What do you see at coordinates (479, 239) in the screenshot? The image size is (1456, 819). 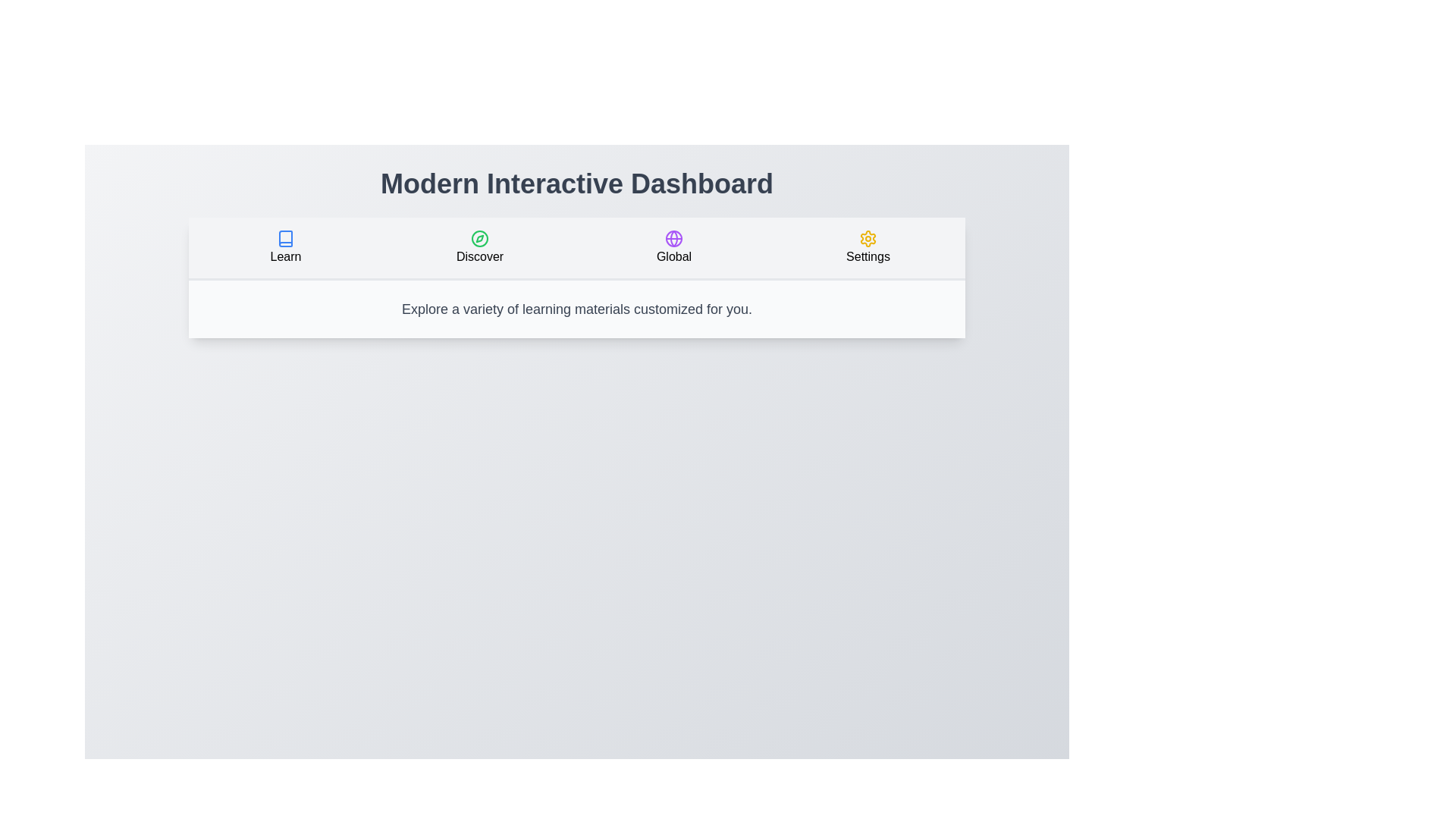 I see `the 'Discover' icon, which is the second icon from the left in the row of four icons at the upper section of the interface, to interact with its associated functionality` at bounding box center [479, 239].